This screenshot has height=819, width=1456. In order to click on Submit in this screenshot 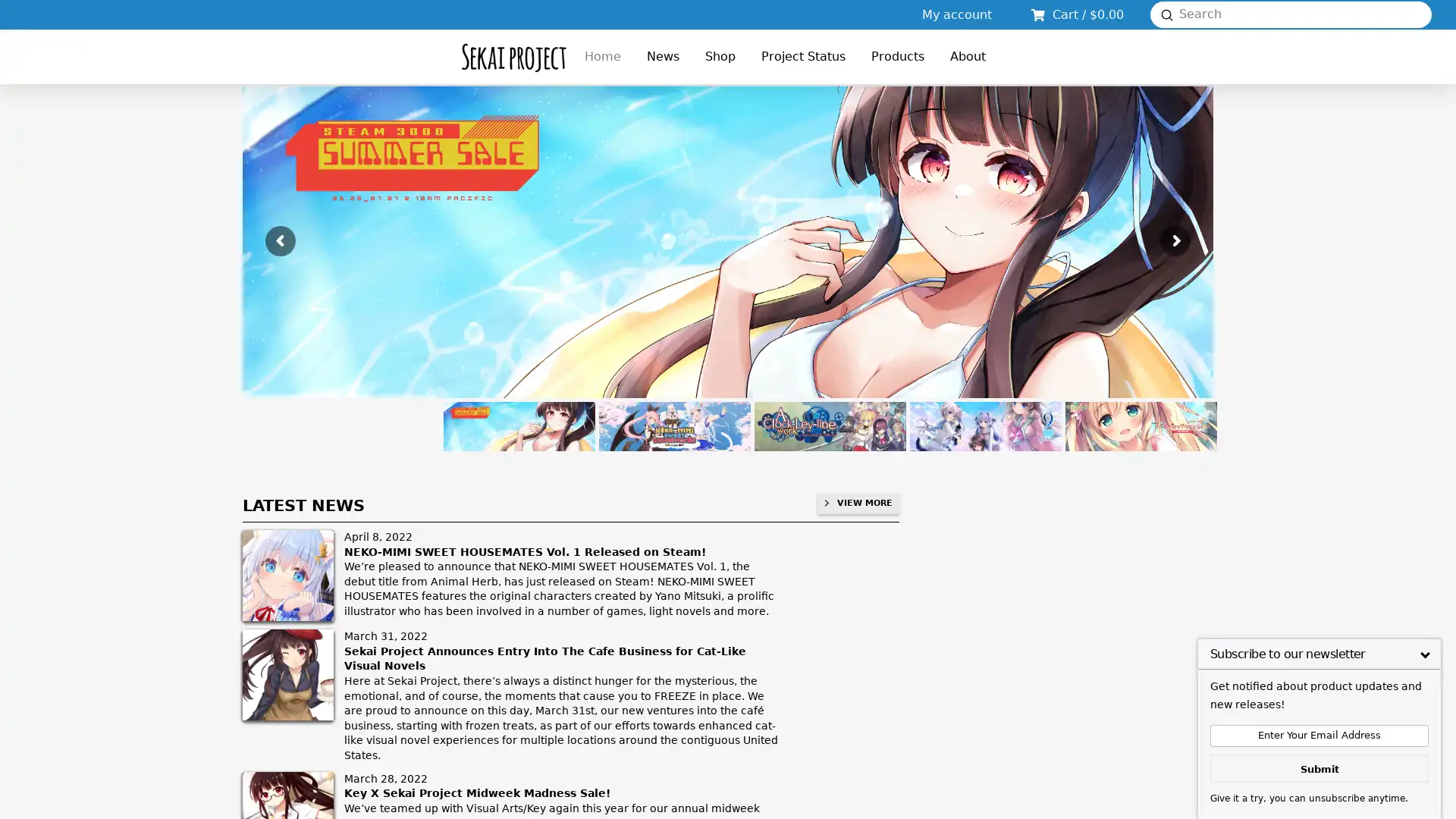, I will do `click(1166, 14)`.